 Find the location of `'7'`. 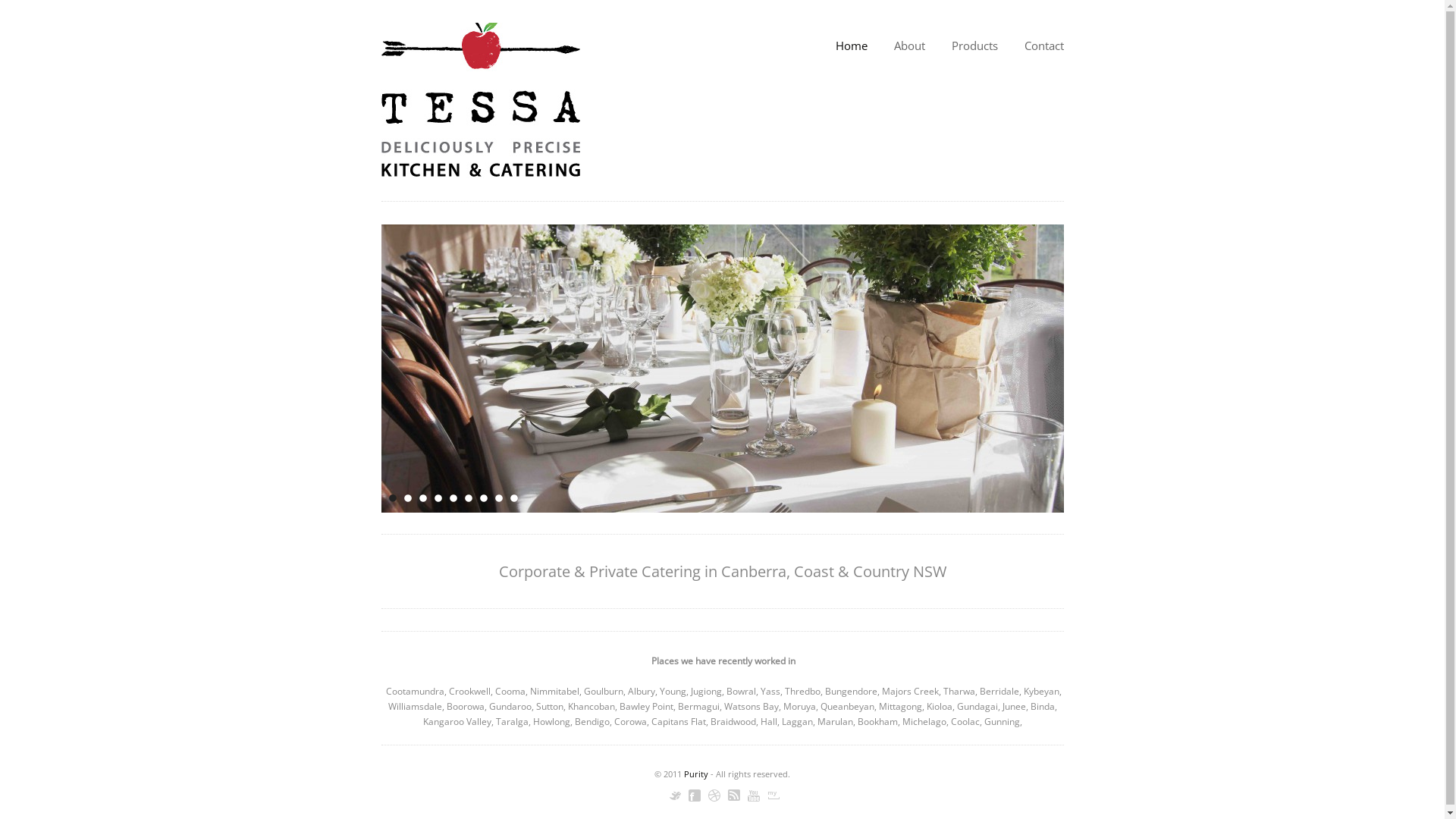

'7' is located at coordinates (482, 497).